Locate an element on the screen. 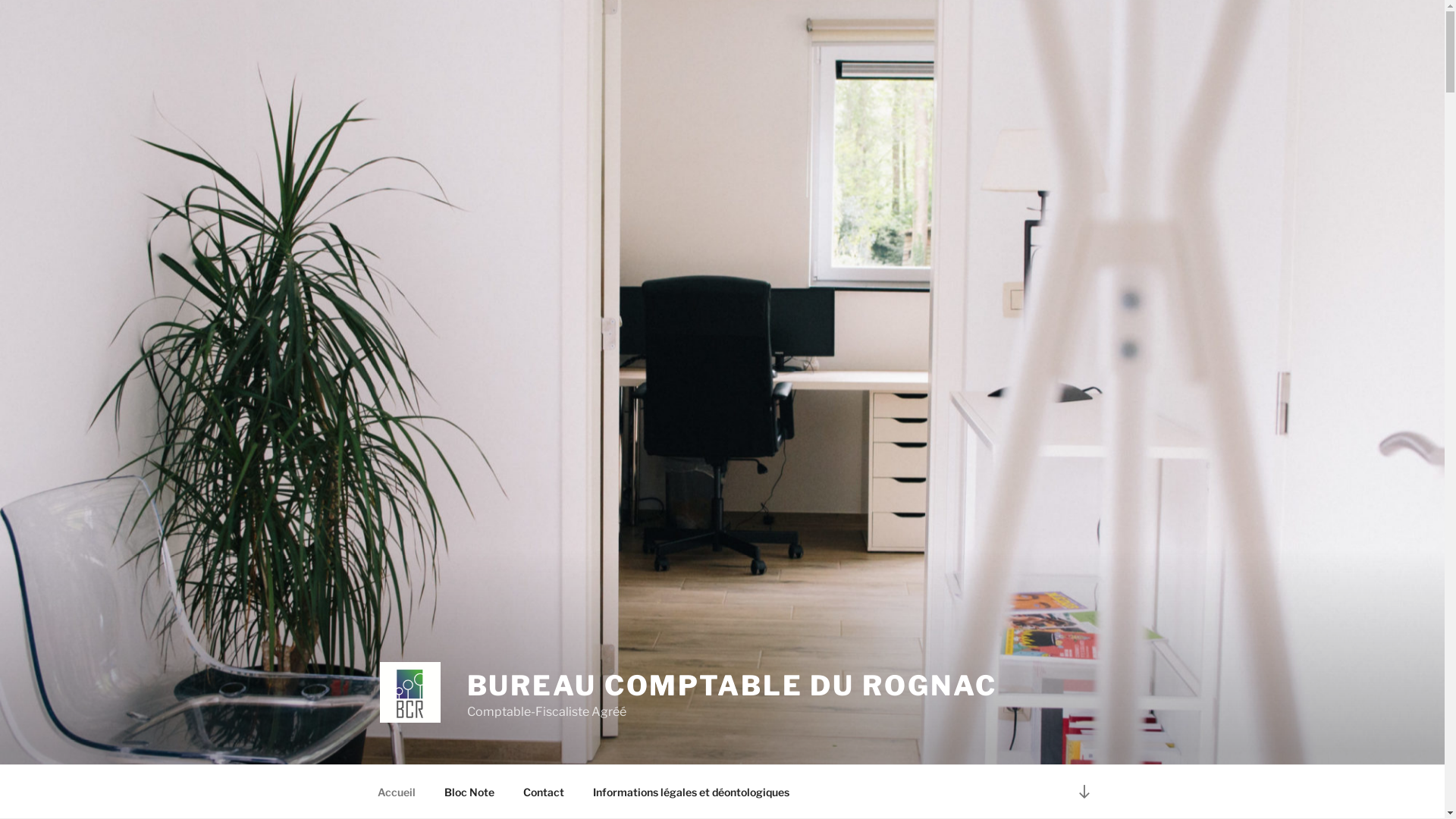 Image resolution: width=1456 pixels, height=819 pixels. 'Scroll down to content' is located at coordinates (1083, 790).